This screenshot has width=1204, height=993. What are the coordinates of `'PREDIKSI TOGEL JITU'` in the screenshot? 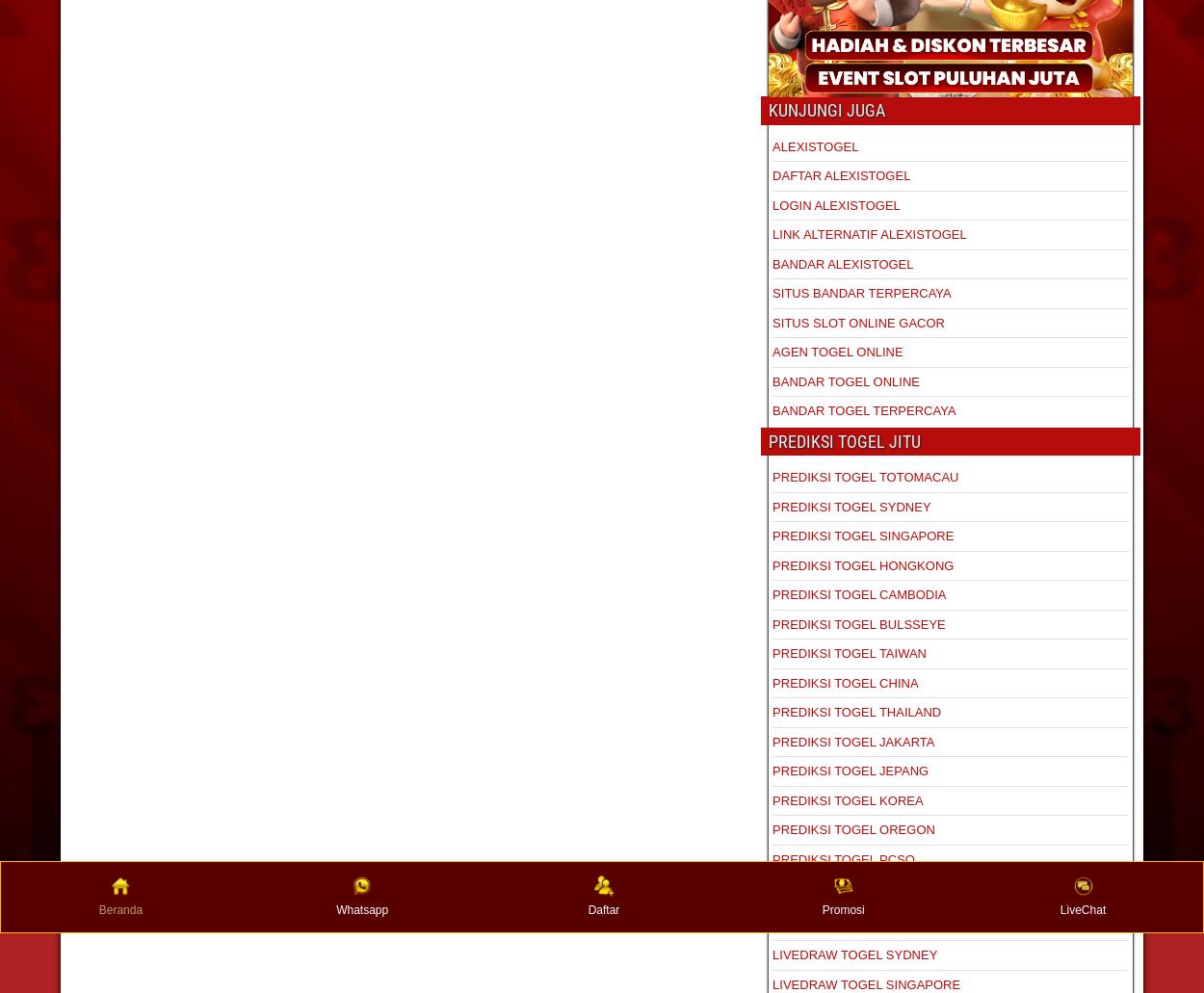 It's located at (845, 440).